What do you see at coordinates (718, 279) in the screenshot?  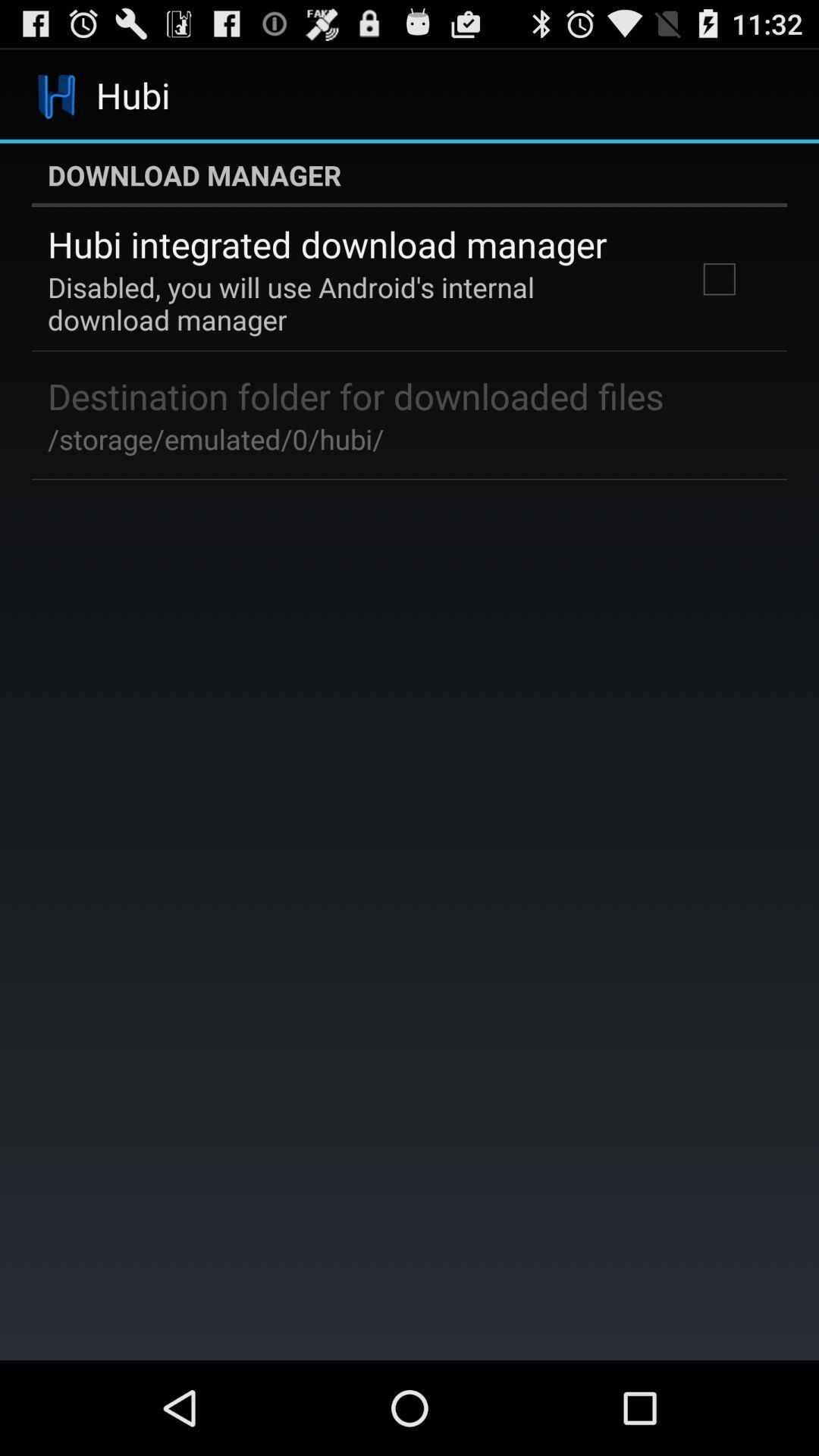 I see `item at the top right corner` at bounding box center [718, 279].